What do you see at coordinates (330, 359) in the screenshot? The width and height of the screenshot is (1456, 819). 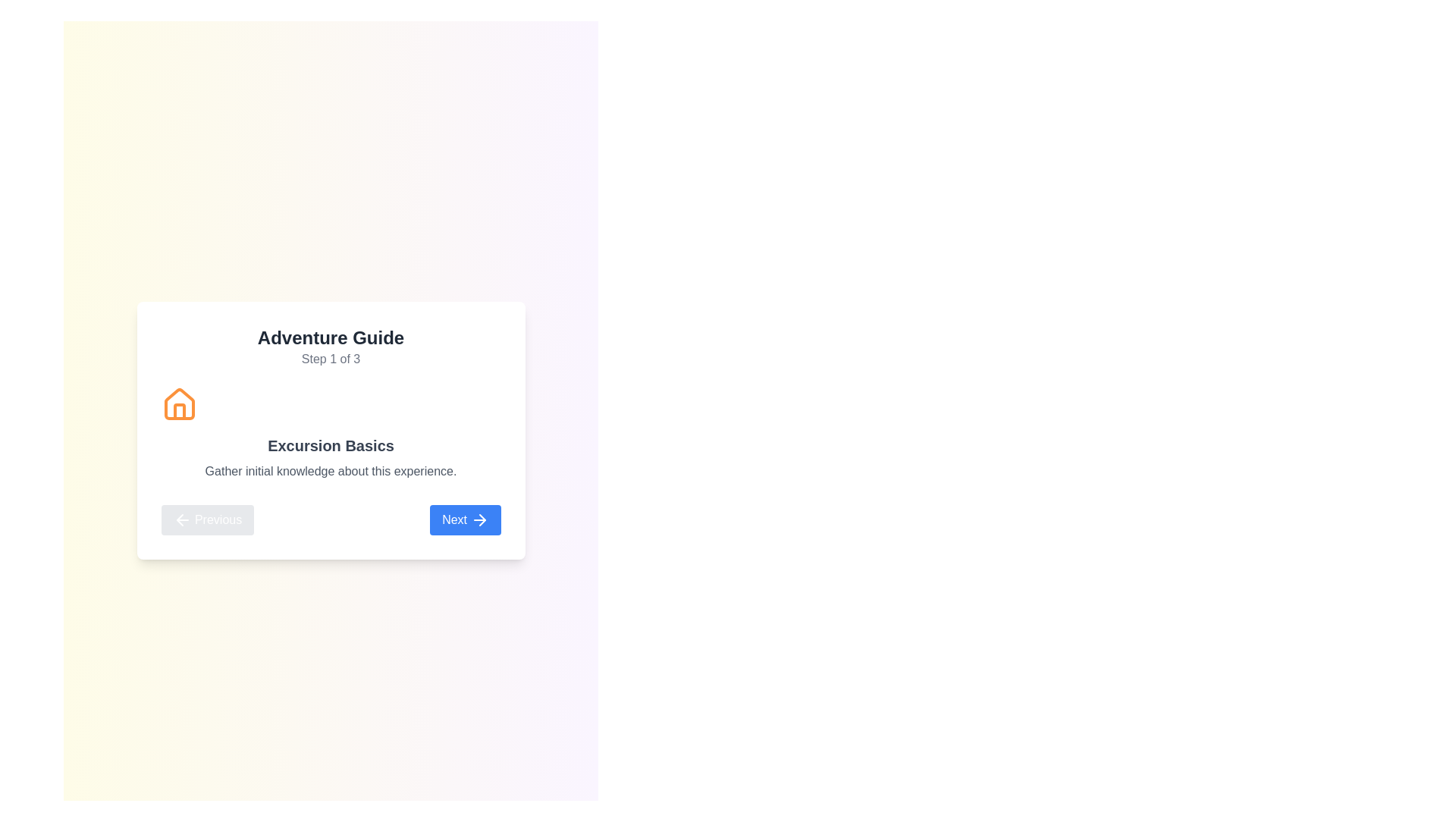 I see `contextual information text label indicating the current step in the three-step process, located below the 'Adventure Guide' title text` at bounding box center [330, 359].